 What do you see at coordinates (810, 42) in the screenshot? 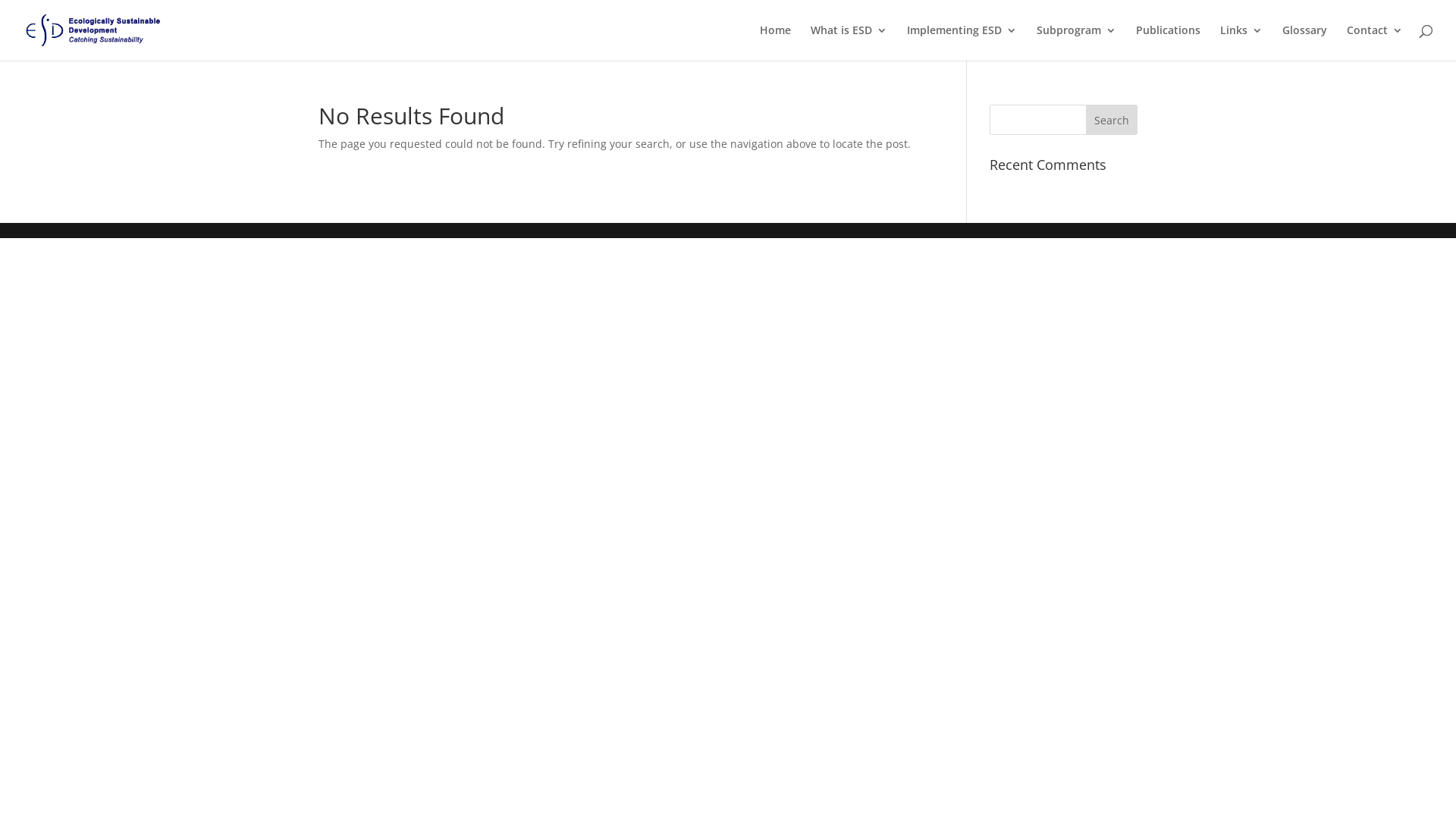
I see `'What is ESD'` at bounding box center [810, 42].